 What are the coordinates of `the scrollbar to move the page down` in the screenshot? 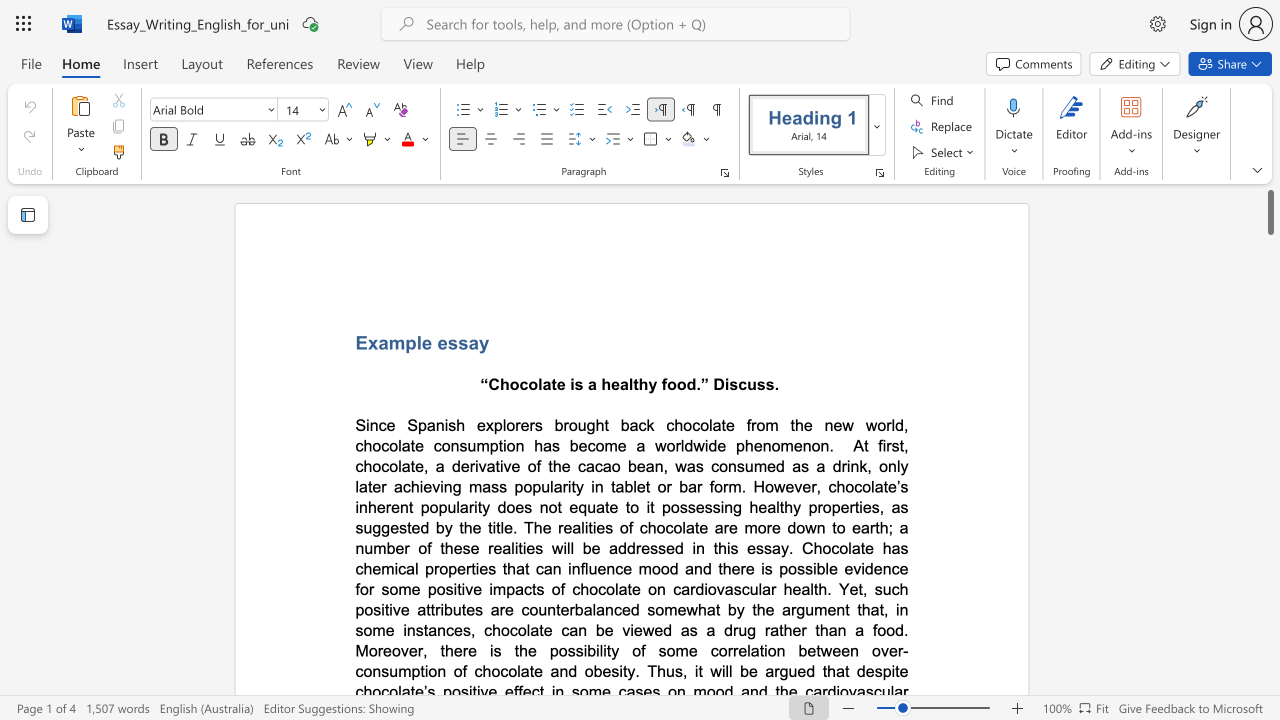 It's located at (1269, 580).